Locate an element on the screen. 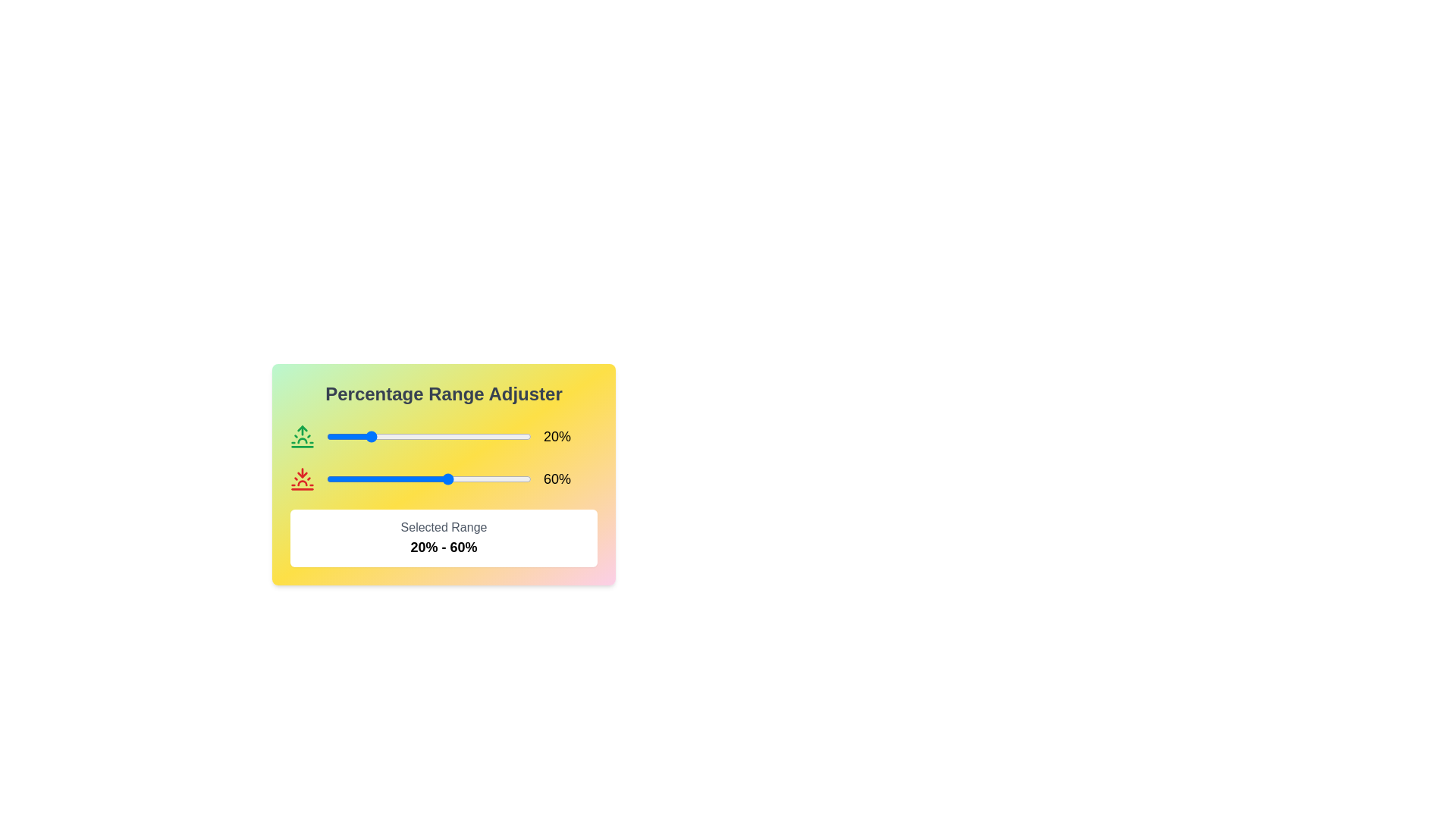 The image size is (1456, 819). the slider is located at coordinates (390, 436).